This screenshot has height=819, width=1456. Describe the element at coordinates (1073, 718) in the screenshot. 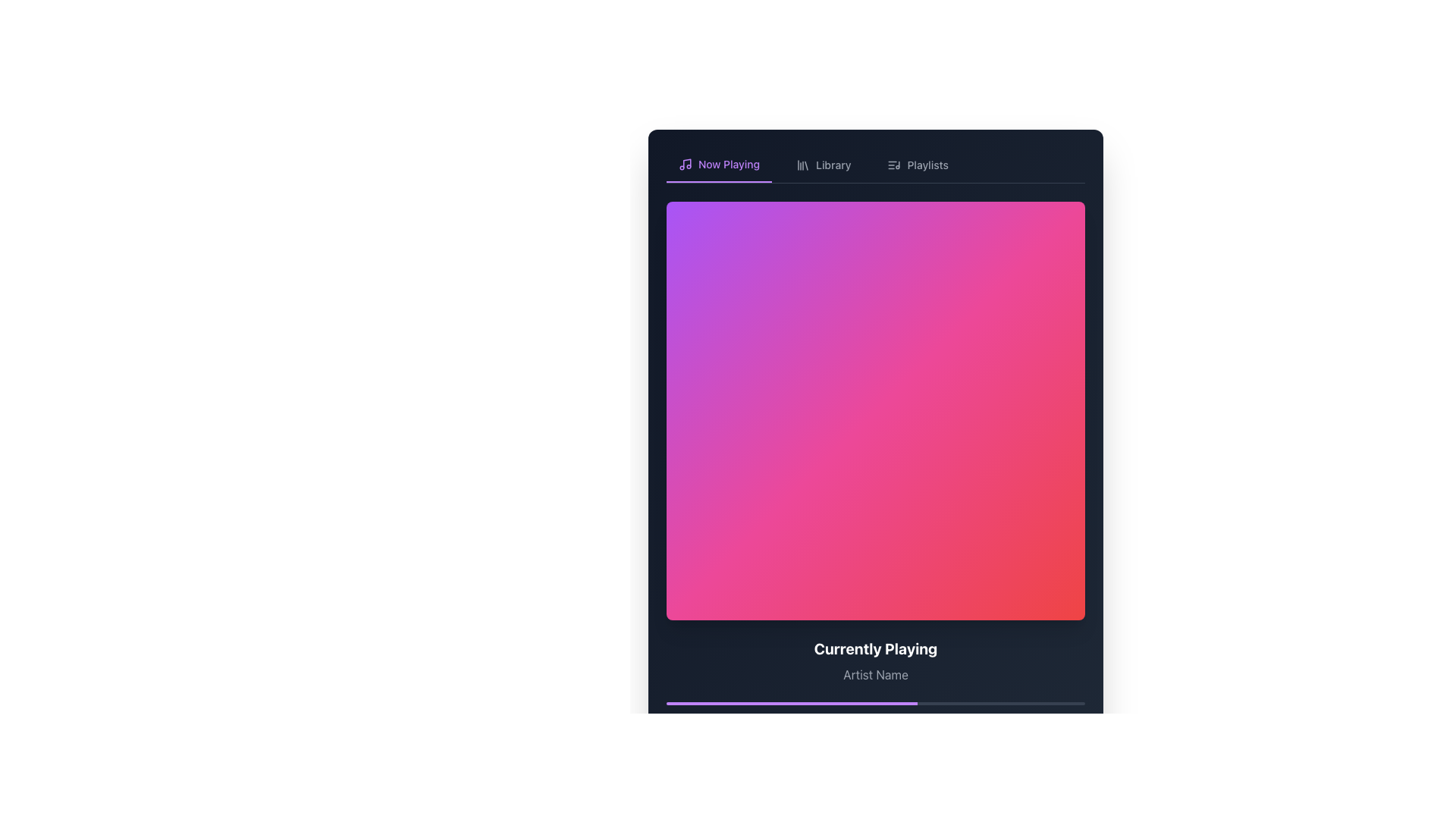

I see `the text label displaying '3:45', which is styled in gray and positioned on the right side of a horizontal timing bar indicating the end time of a duration` at that location.